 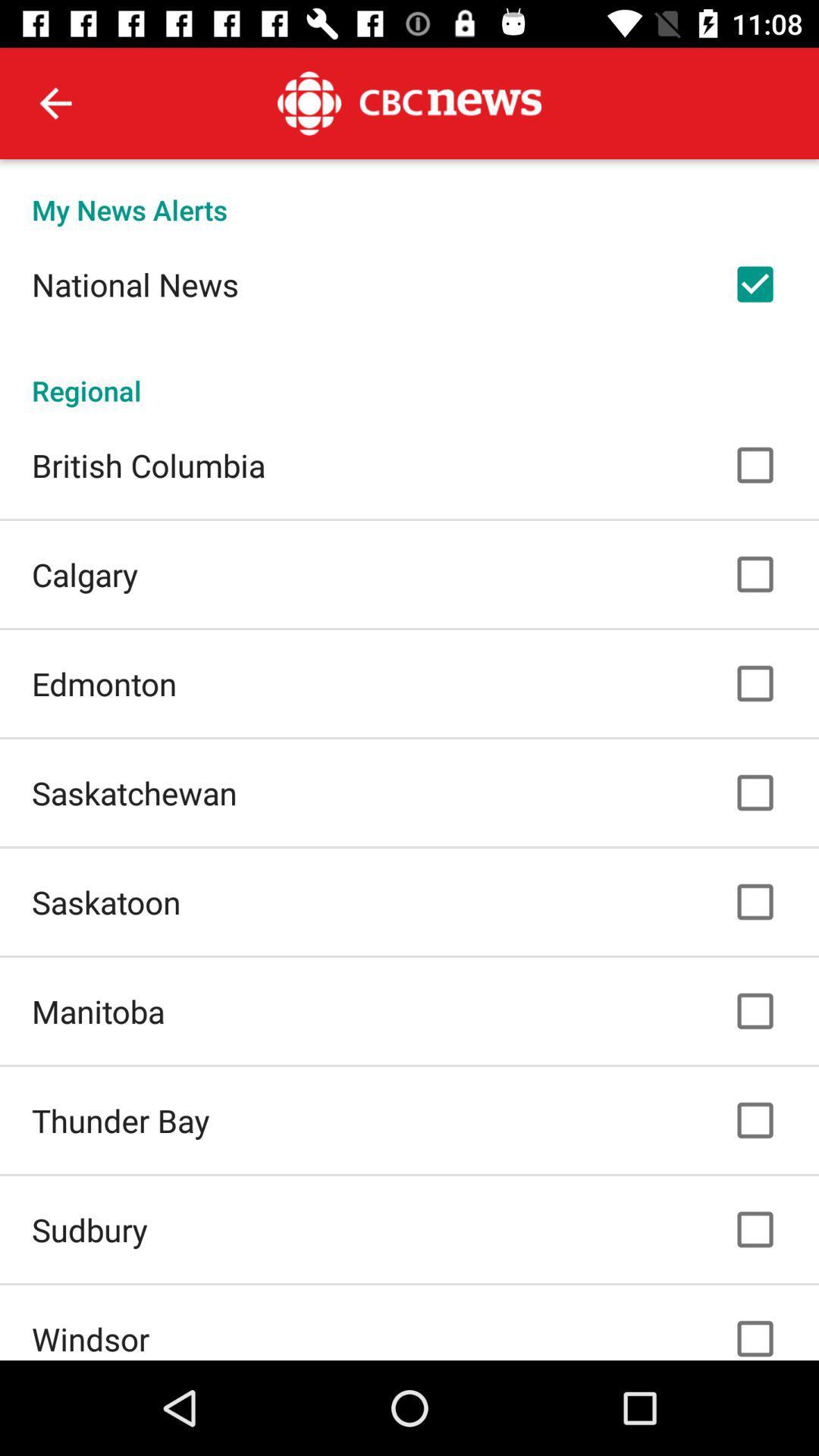 What do you see at coordinates (90, 1338) in the screenshot?
I see `the windsor icon` at bounding box center [90, 1338].